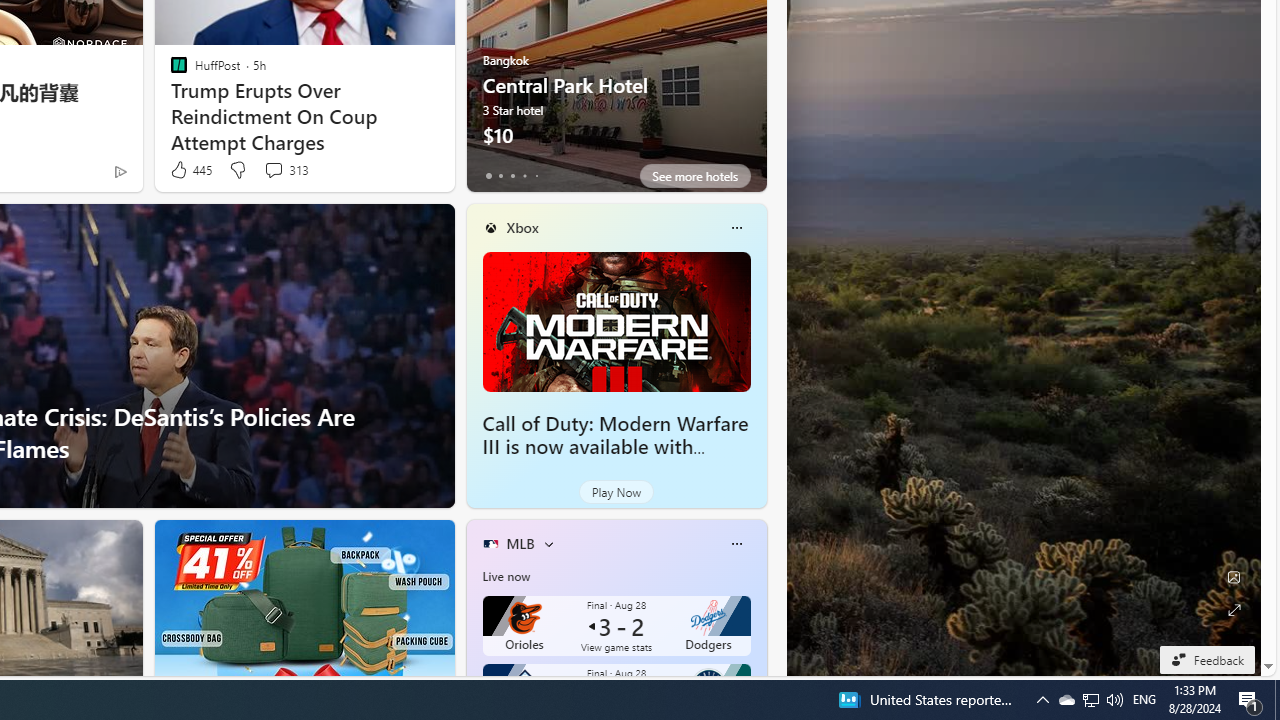 Image resolution: width=1280 pixels, height=720 pixels. Describe the element at coordinates (615, 492) in the screenshot. I see `'Play Now'` at that location.